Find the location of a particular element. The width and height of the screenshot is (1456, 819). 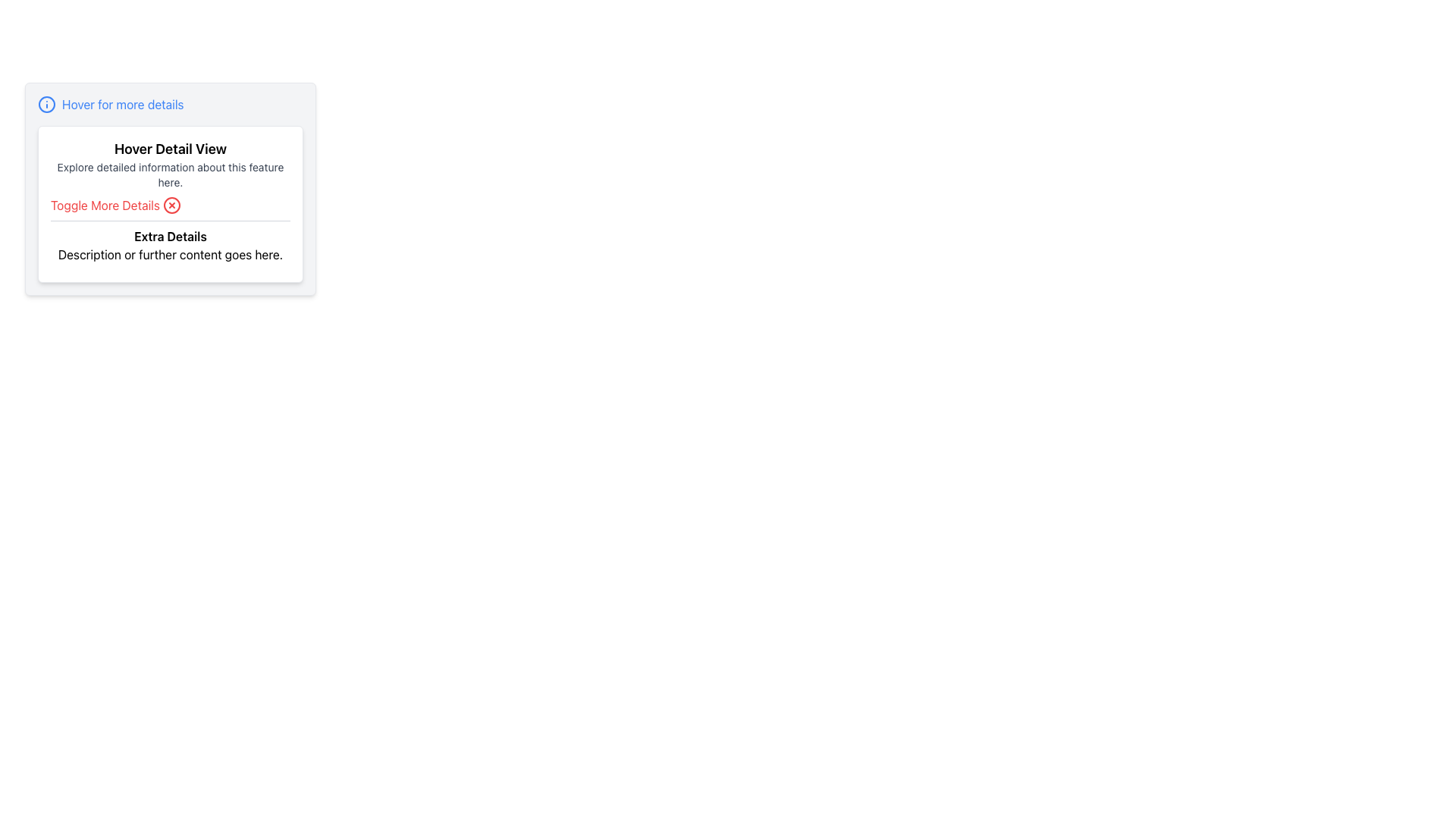

the information icon located to the far left of the text 'Hover for more details.' is located at coordinates (47, 104).